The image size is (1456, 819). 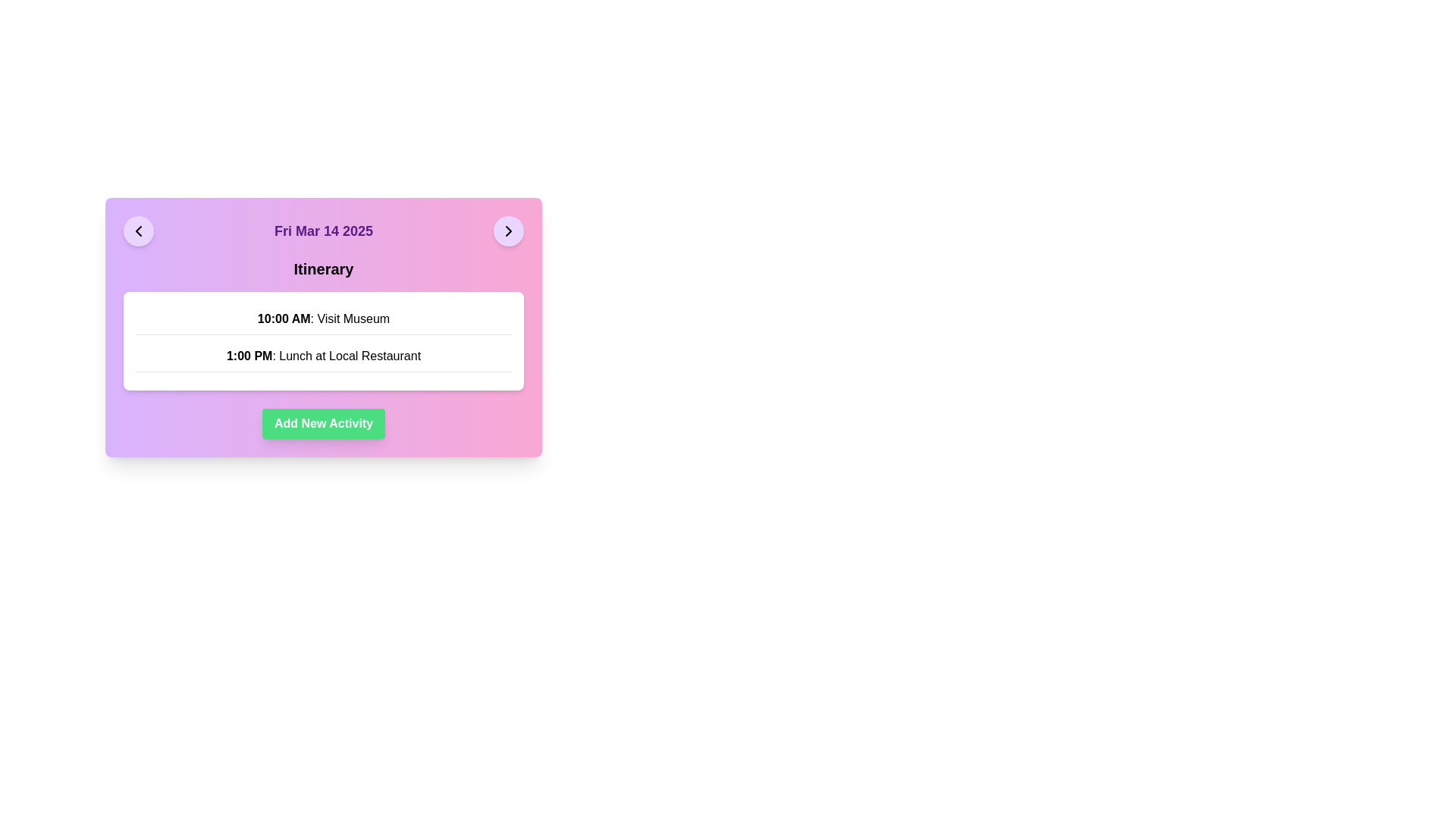 I want to click on the text display element that shows '10:00 AM: Visit Museum', which is styled with bold formatting for the time and is the first entry in a vertically stacked list within a card structure, so click(x=323, y=318).